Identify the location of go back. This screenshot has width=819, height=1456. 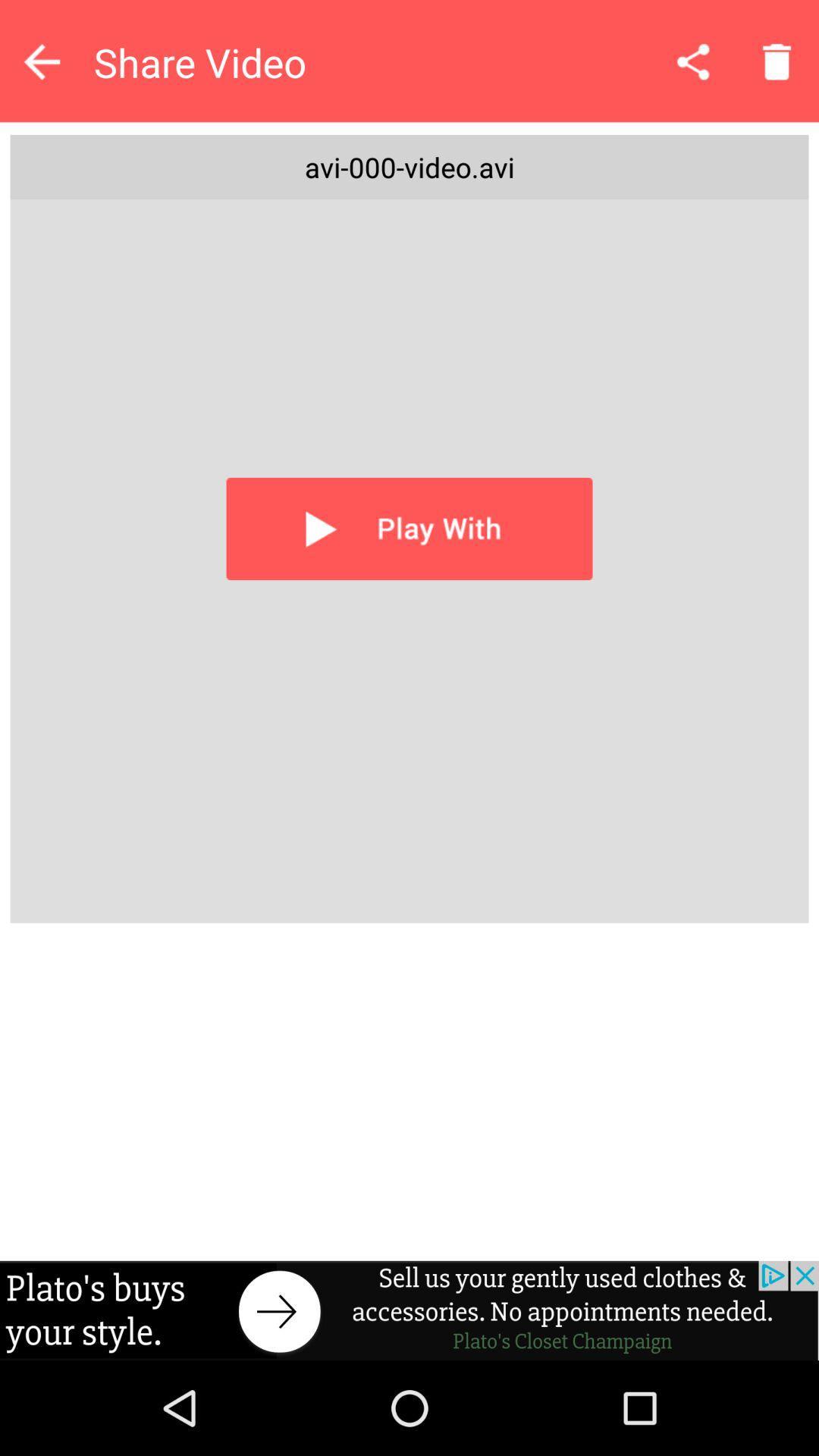
(41, 61).